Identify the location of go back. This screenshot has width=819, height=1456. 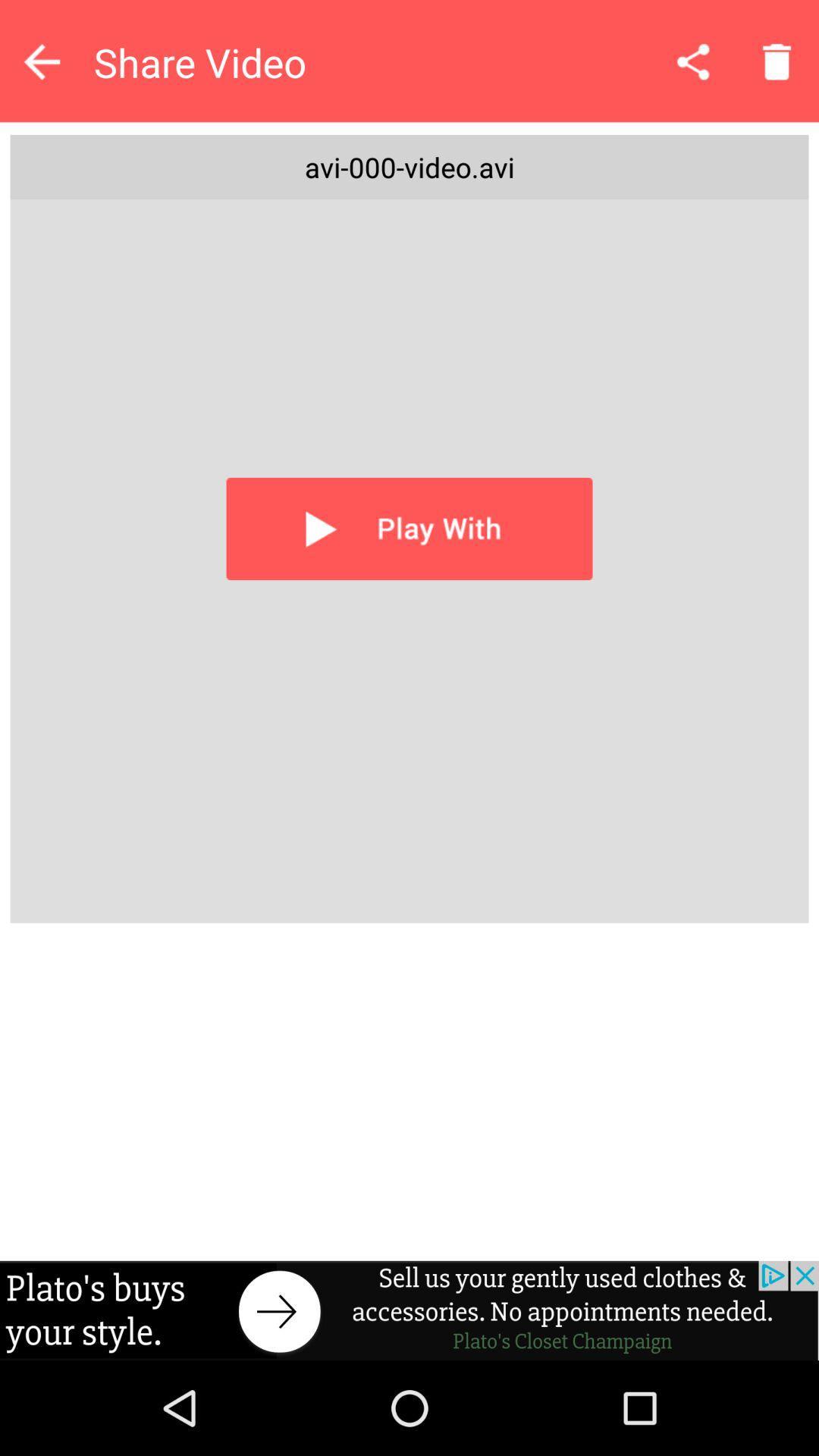
(41, 61).